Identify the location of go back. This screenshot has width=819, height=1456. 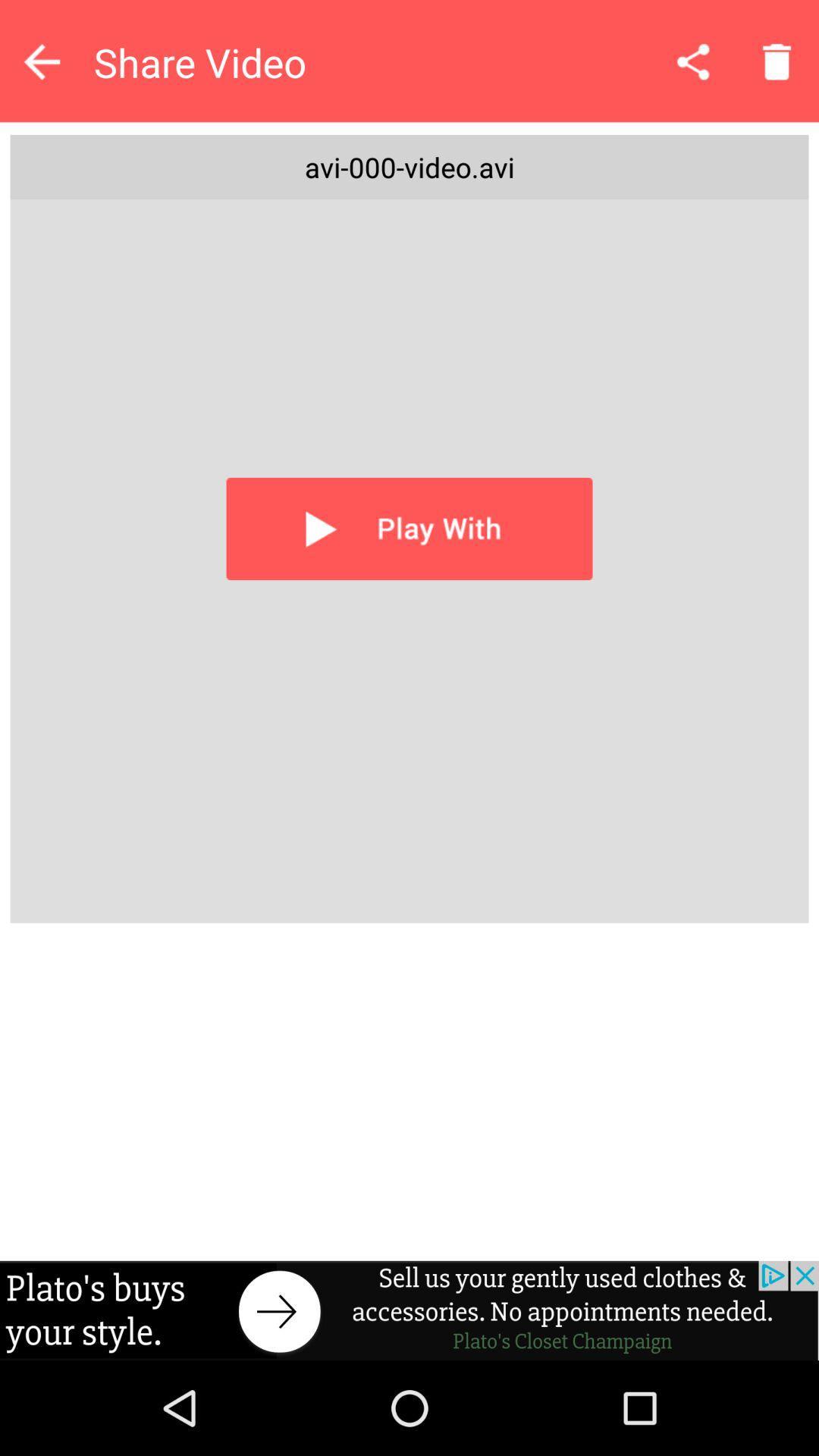
(41, 61).